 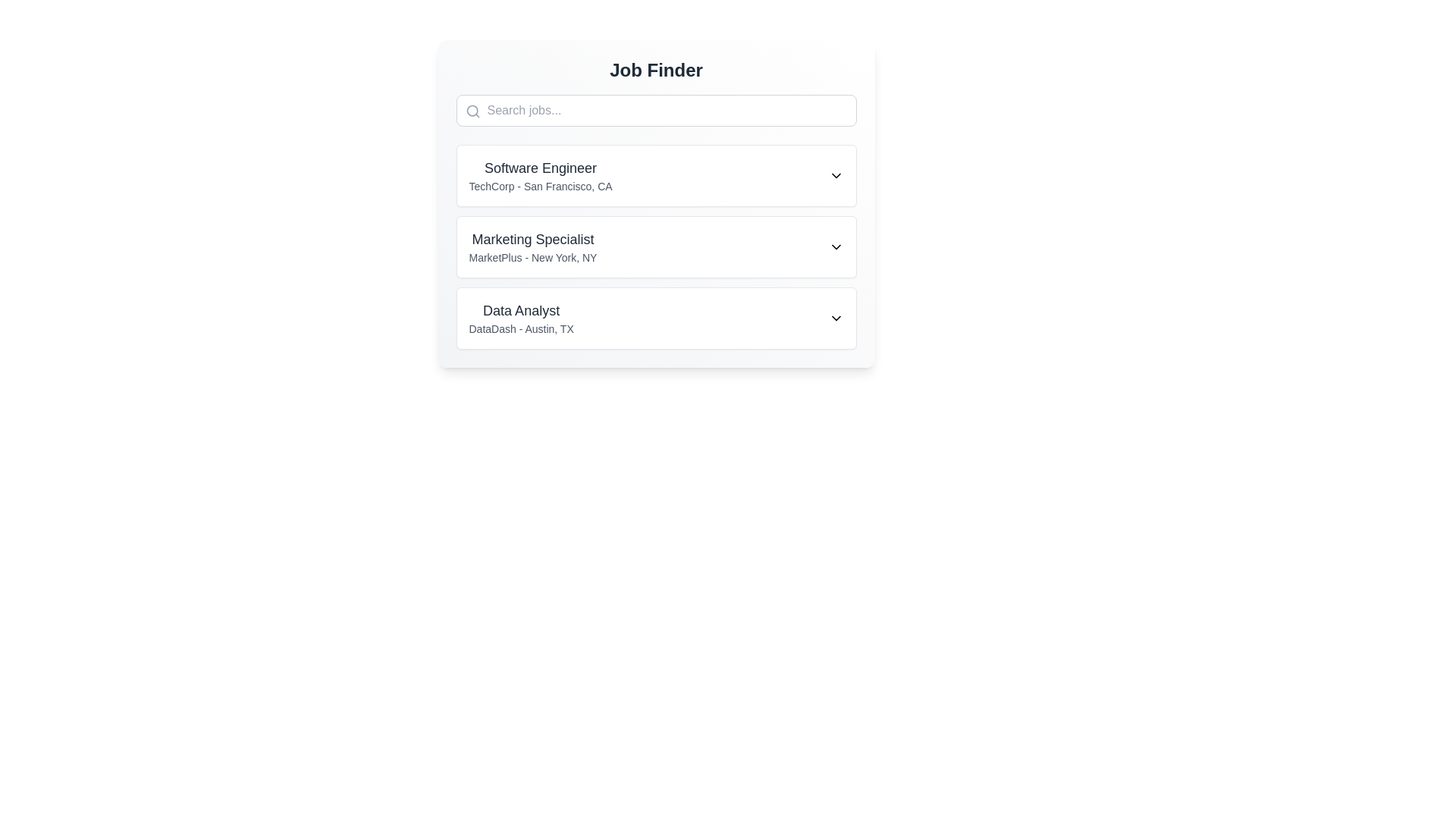 I want to click on the text element that reads 'DataDash - Austin, TX', which is styled in a smaller gray font and positioned below the 'Data Analyst' title, so click(x=521, y=328).